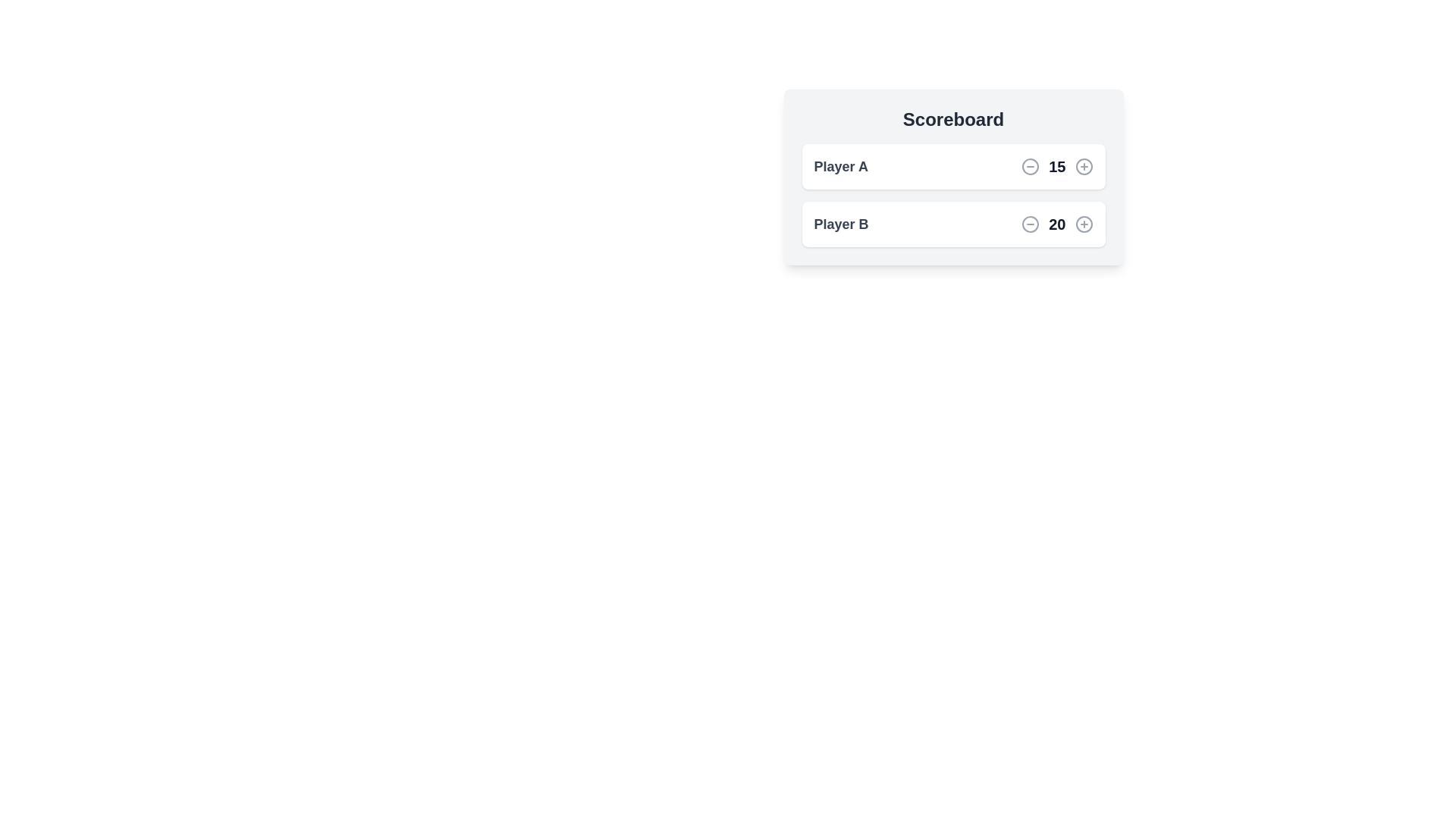  I want to click on the increment button for Player B on the scoreboard, located to the far right next to the number '20', to change its color, so click(1083, 224).